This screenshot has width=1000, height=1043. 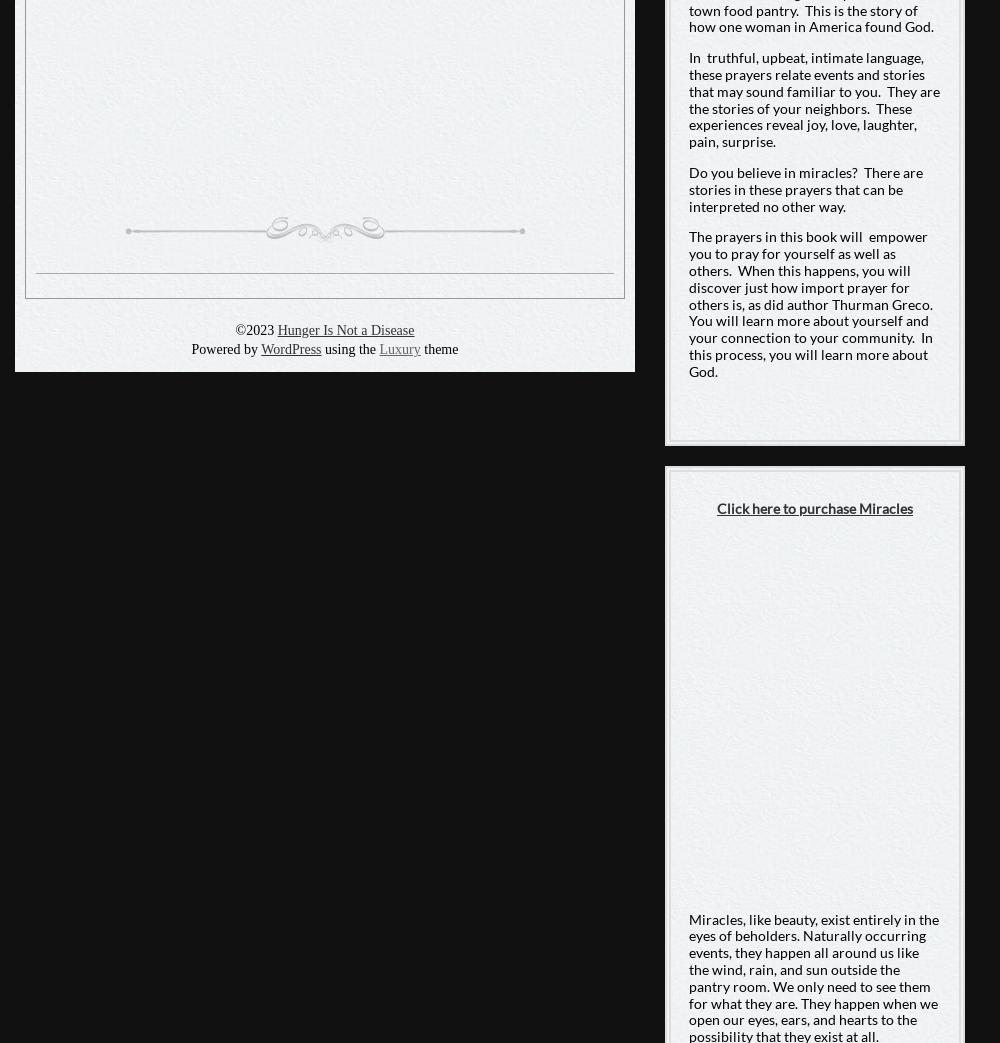 What do you see at coordinates (812, 99) in the screenshot?
I see `'In  truthful, upbeat, intimate language, these prayers relate events and stories that may sound familiar to you.  They are the stories of your neighbors.  These experiences reveal joy, love, laughter, pain, surprise.'` at bounding box center [812, 99].